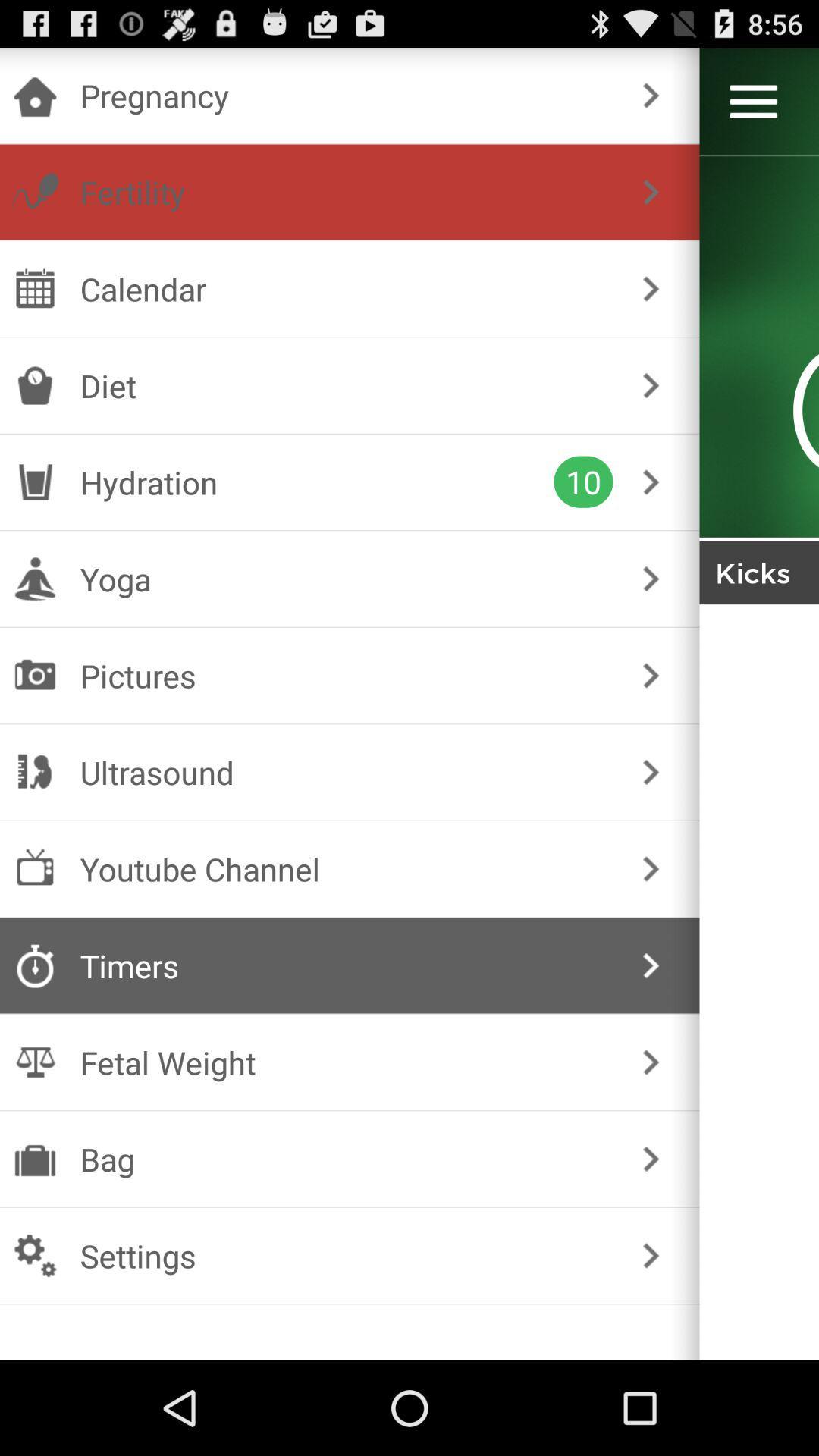 The image size is (819, 1456). I want to click on ultrasound, so click(347, 772).